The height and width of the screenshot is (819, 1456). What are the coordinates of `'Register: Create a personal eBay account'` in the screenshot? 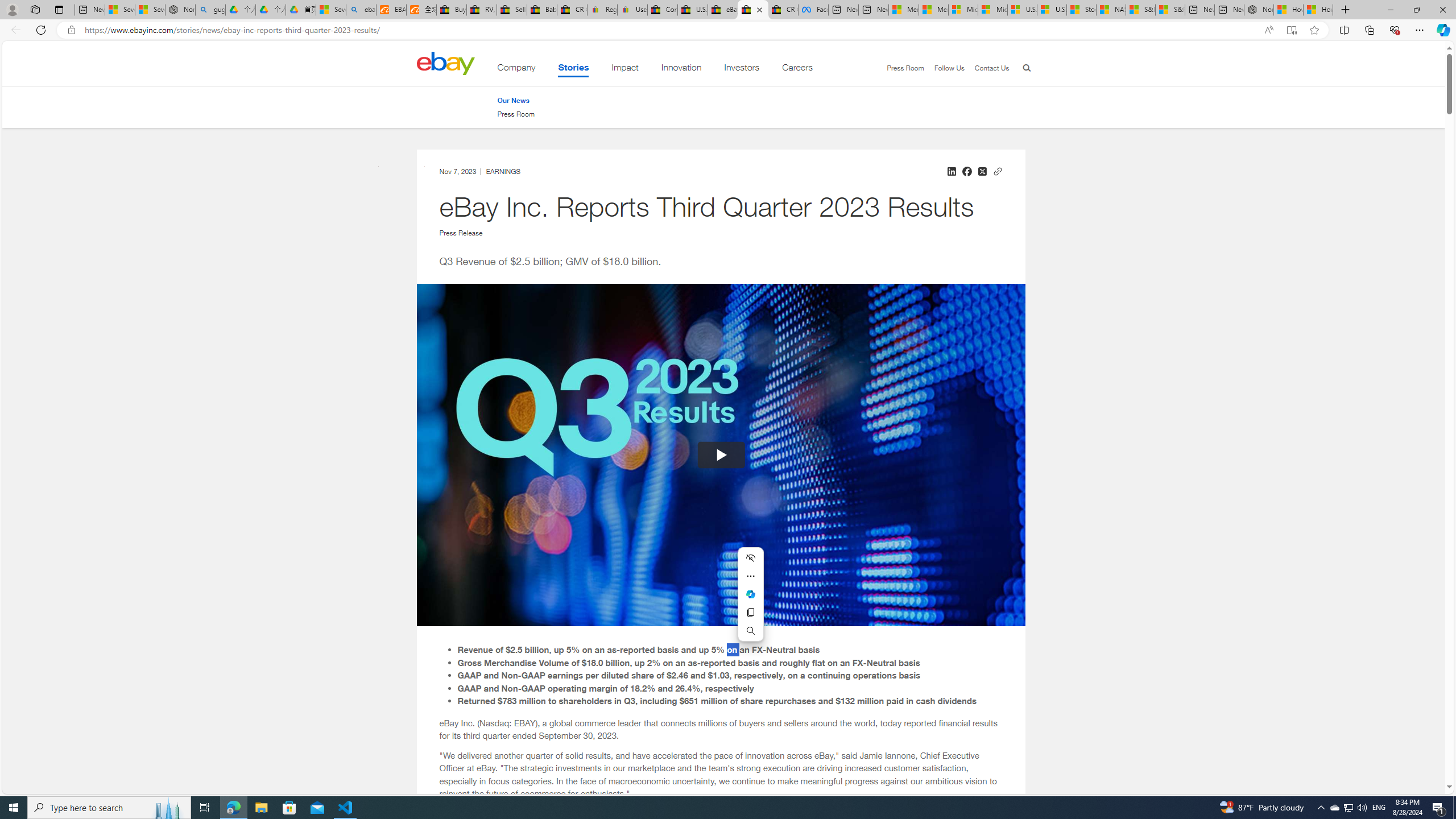 It's located at (601, 9).